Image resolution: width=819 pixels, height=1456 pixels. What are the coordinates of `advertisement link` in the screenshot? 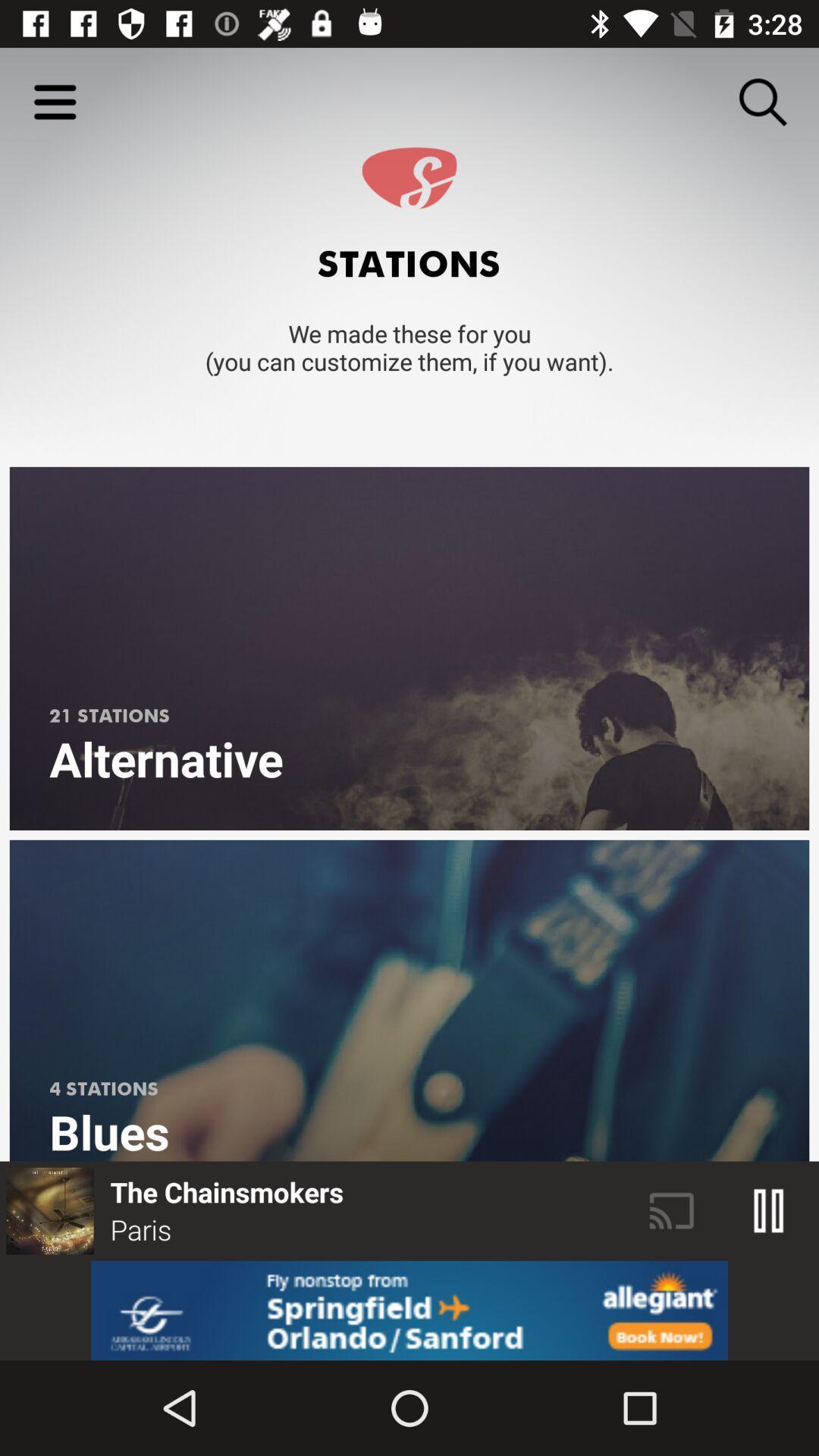 It's located at (409, 1310).